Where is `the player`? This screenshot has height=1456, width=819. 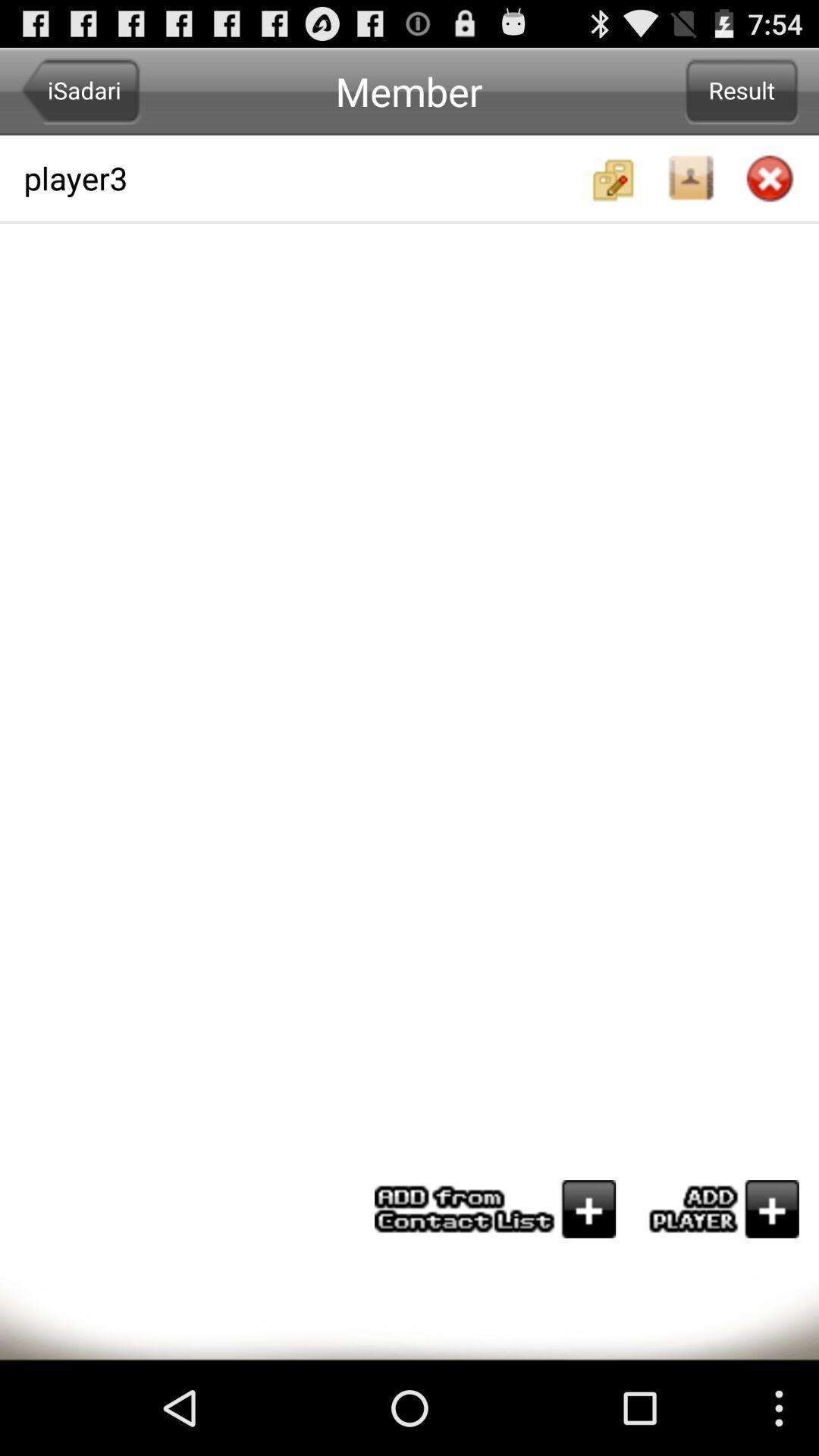
the player is located at coordinates (717, 1208).